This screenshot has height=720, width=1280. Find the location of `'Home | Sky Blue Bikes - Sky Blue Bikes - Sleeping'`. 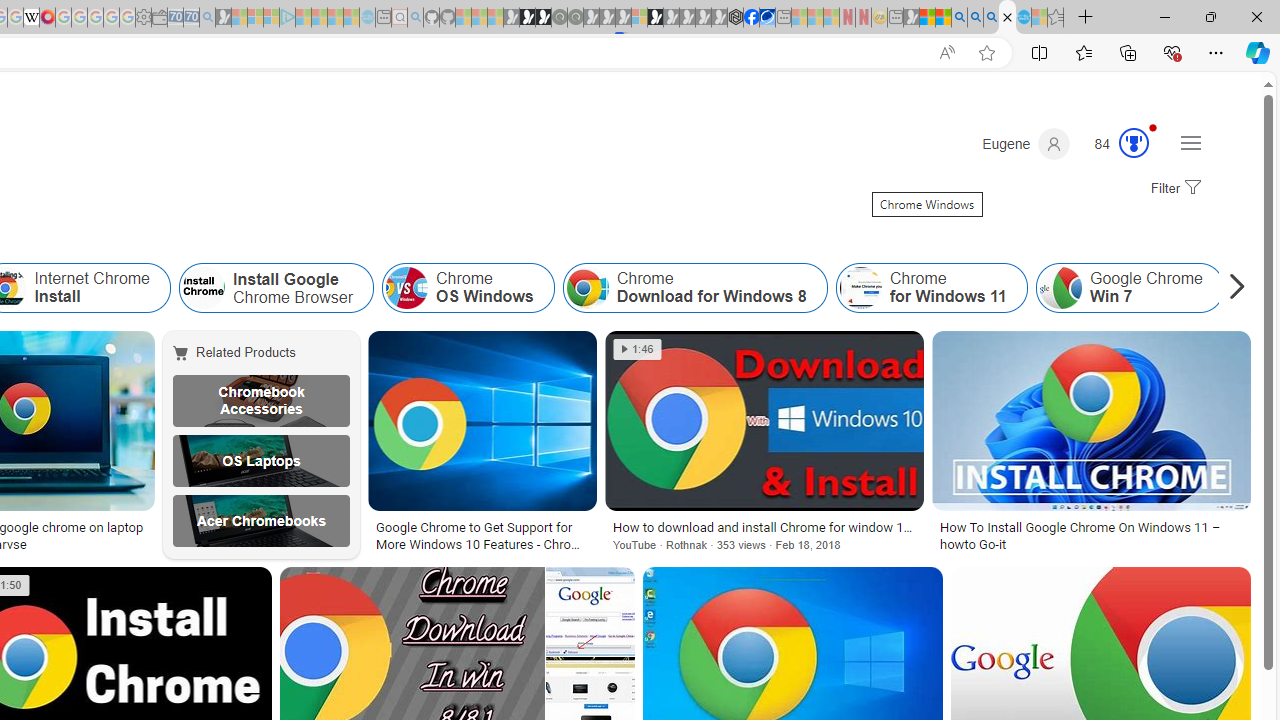

'Home | Sky Blue Bikes - Sky Blue Bikes - Sleeping' is located at coordinates (367, 17).